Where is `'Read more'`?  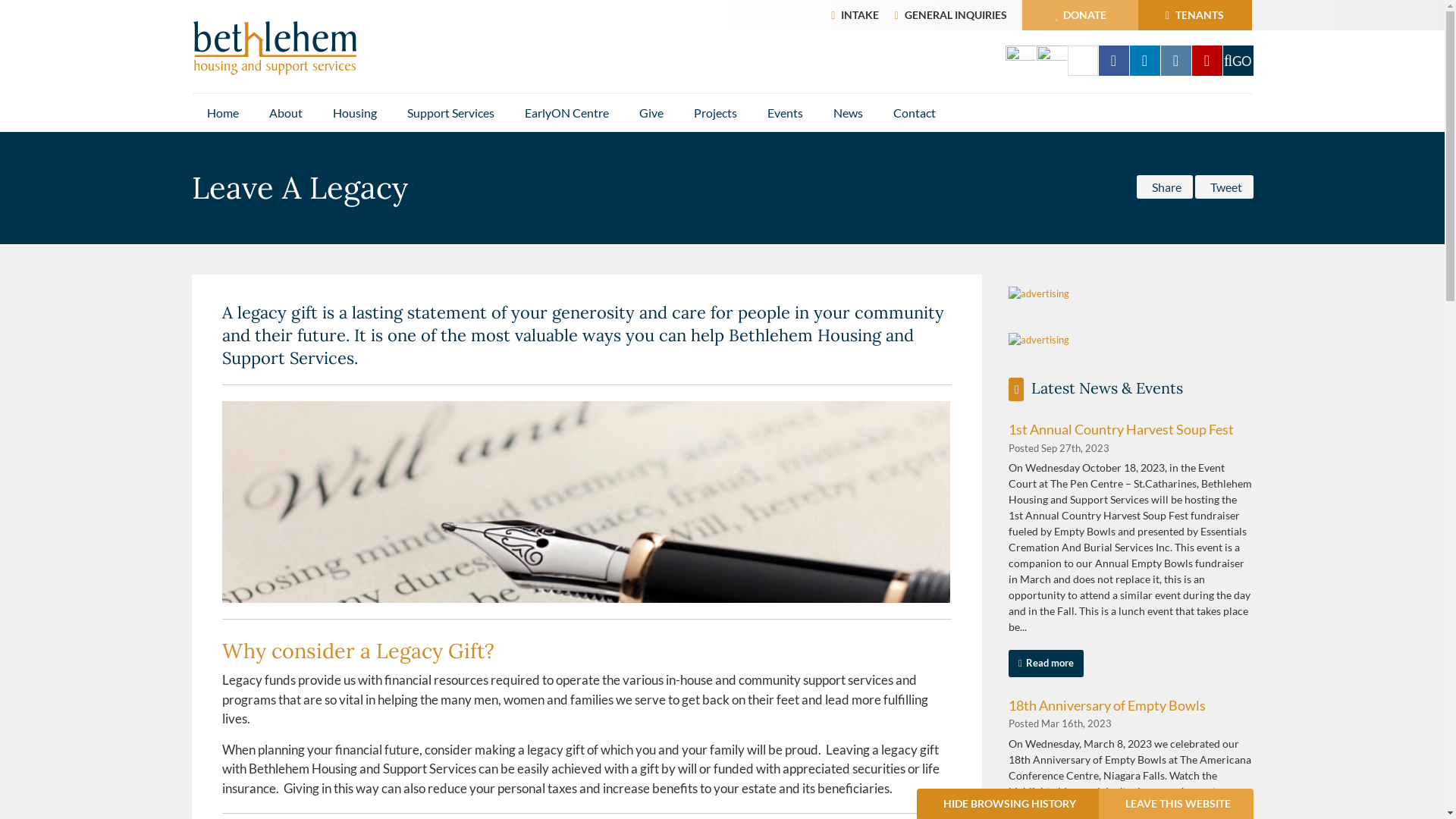
'Read more' is located at coordinates (1045, 663).